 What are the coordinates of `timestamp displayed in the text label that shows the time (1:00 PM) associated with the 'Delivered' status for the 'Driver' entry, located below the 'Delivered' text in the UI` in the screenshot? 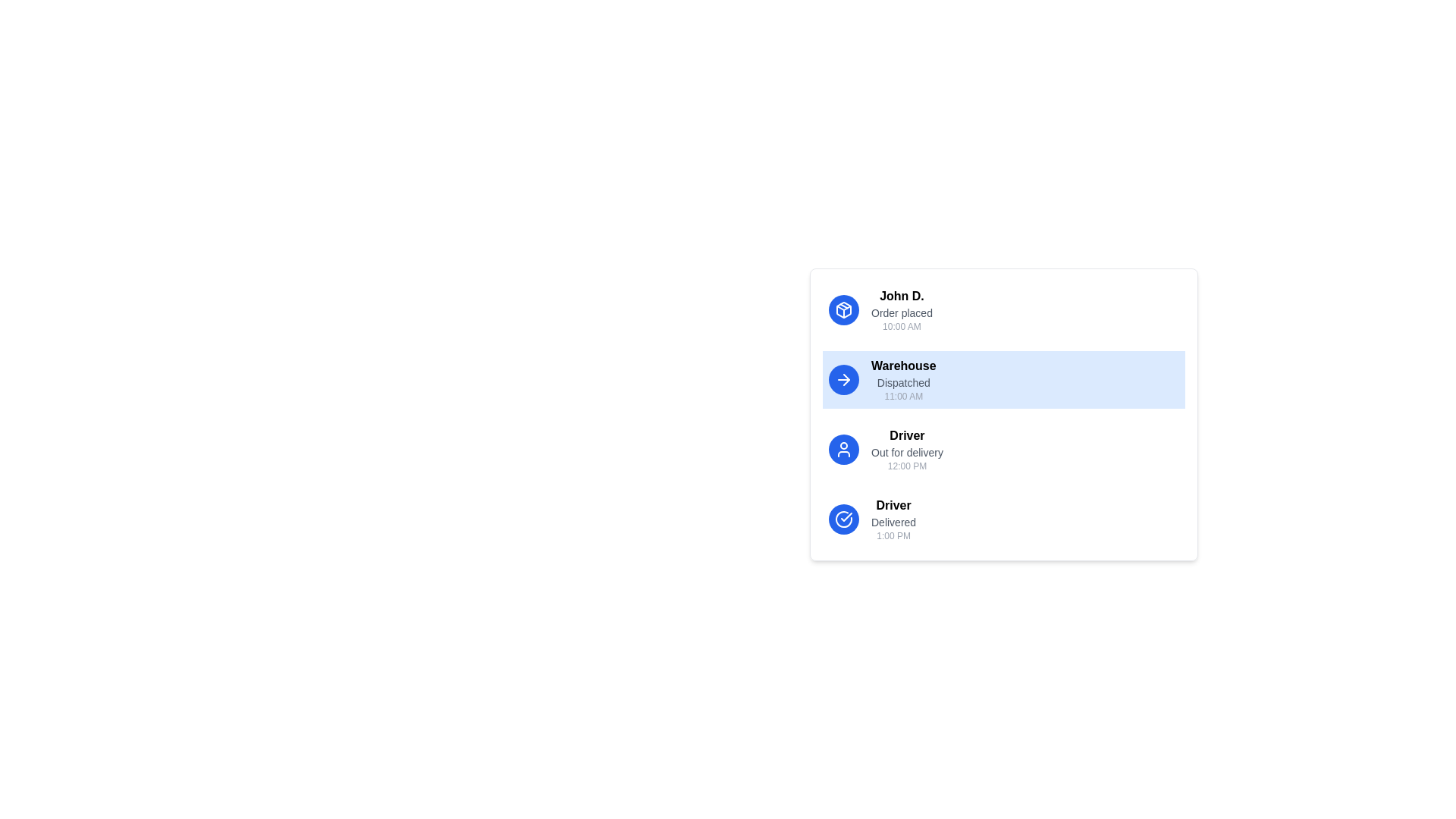 It's located at (893, 535).